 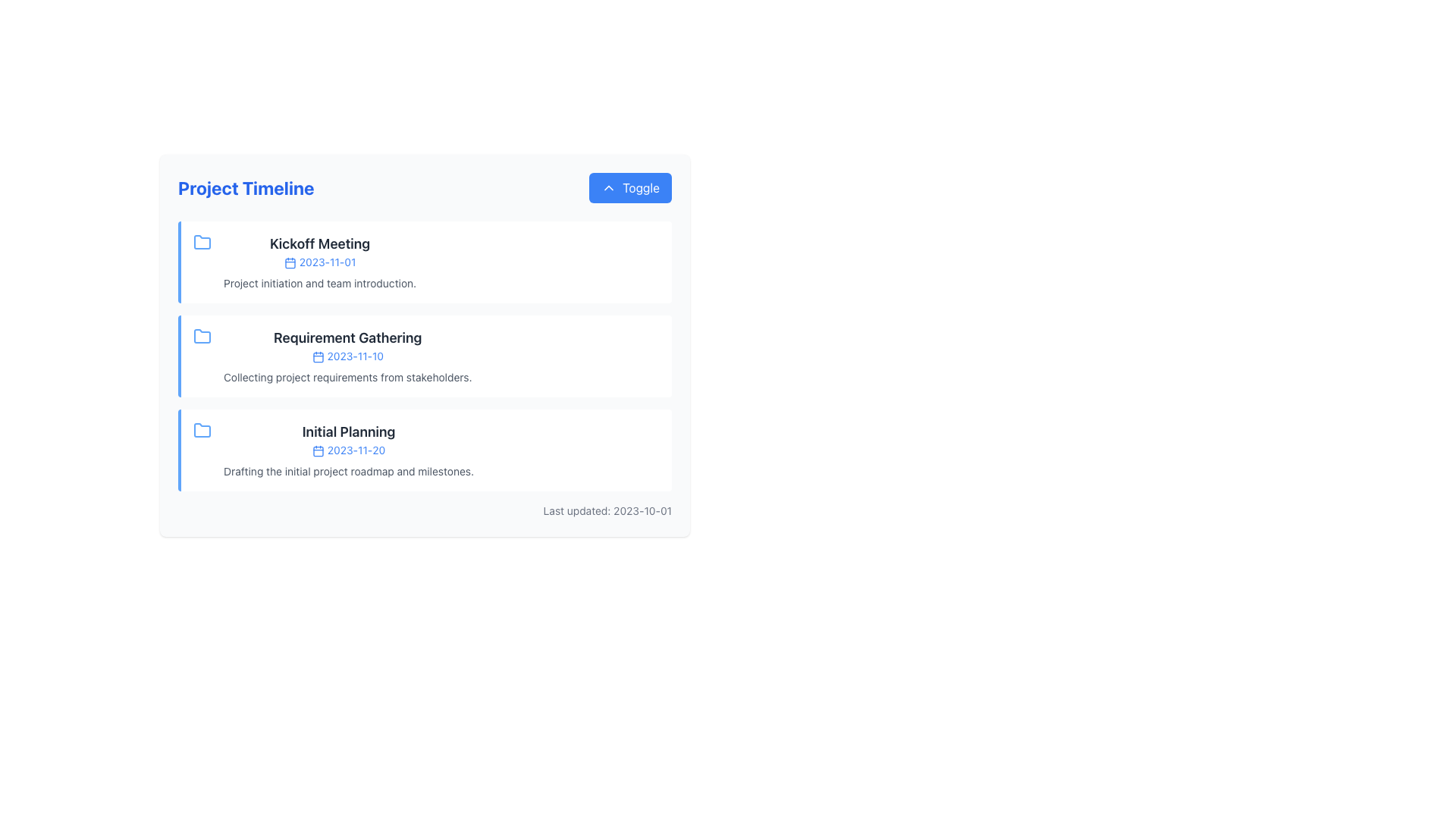 What do you see at coordinates (348, 450) in the screenshot?
I see `date indicated by the Date Label with Icon in the 'Initial Planning' section of the 'Project Timeline' interface for reference` at bounding box center [348, 450].